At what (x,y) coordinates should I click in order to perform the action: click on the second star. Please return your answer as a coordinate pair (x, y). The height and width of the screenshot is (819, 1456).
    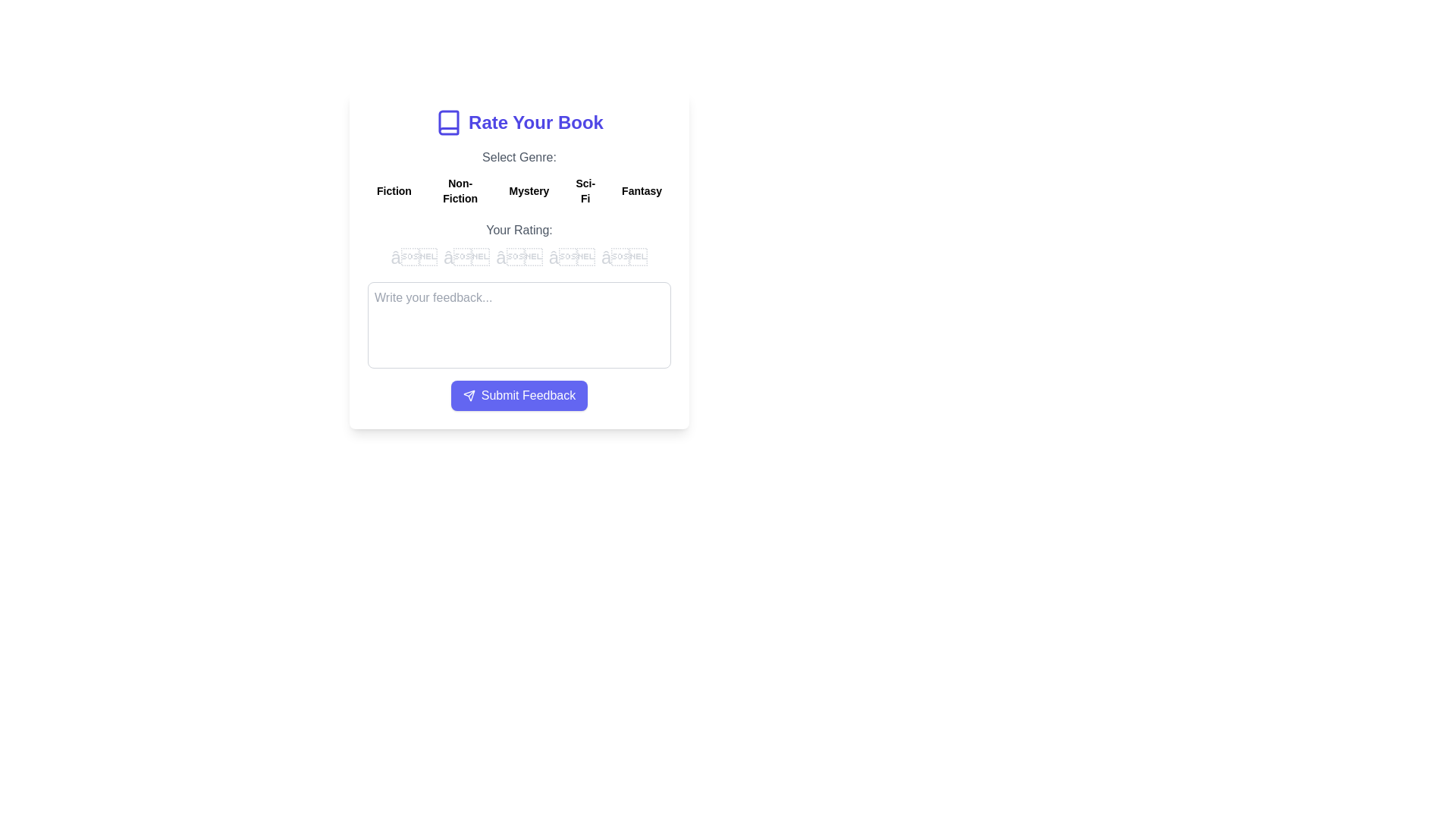
    Looking at the image, I should click on (466, 256).